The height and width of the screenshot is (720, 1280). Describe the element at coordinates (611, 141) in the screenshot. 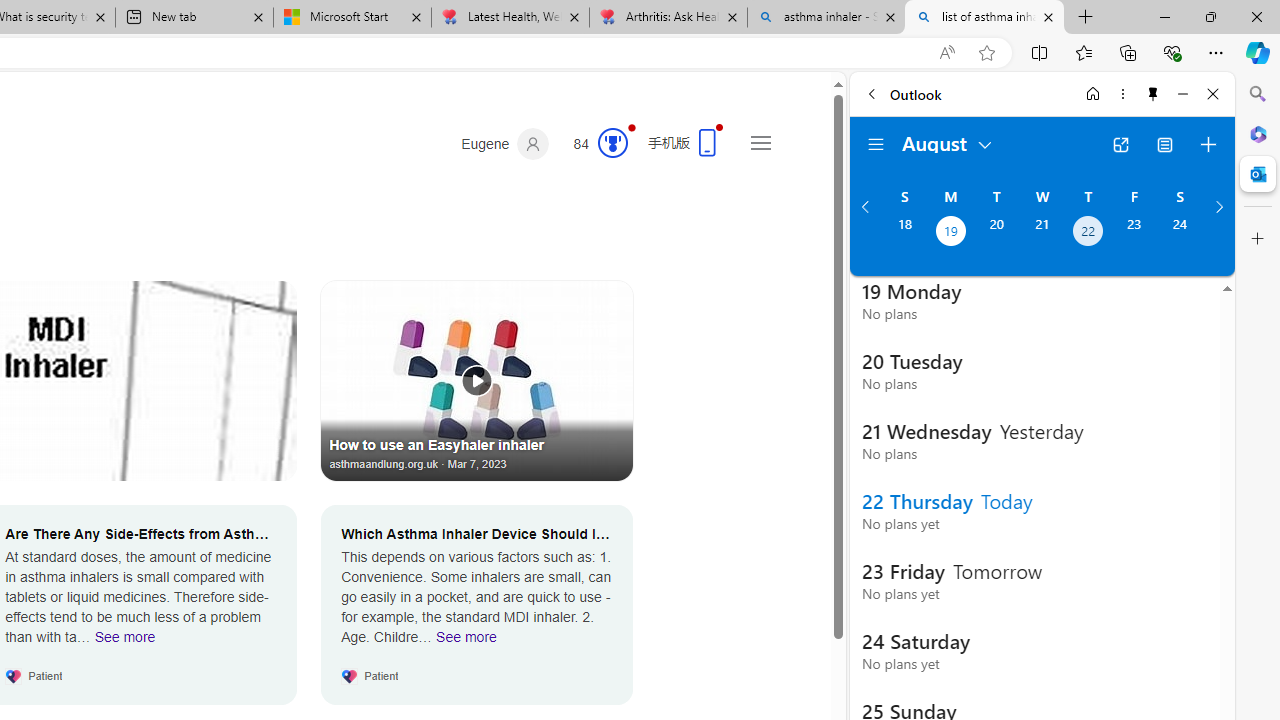

I see `'AutomationID: serp_medal_svg'` at that location.